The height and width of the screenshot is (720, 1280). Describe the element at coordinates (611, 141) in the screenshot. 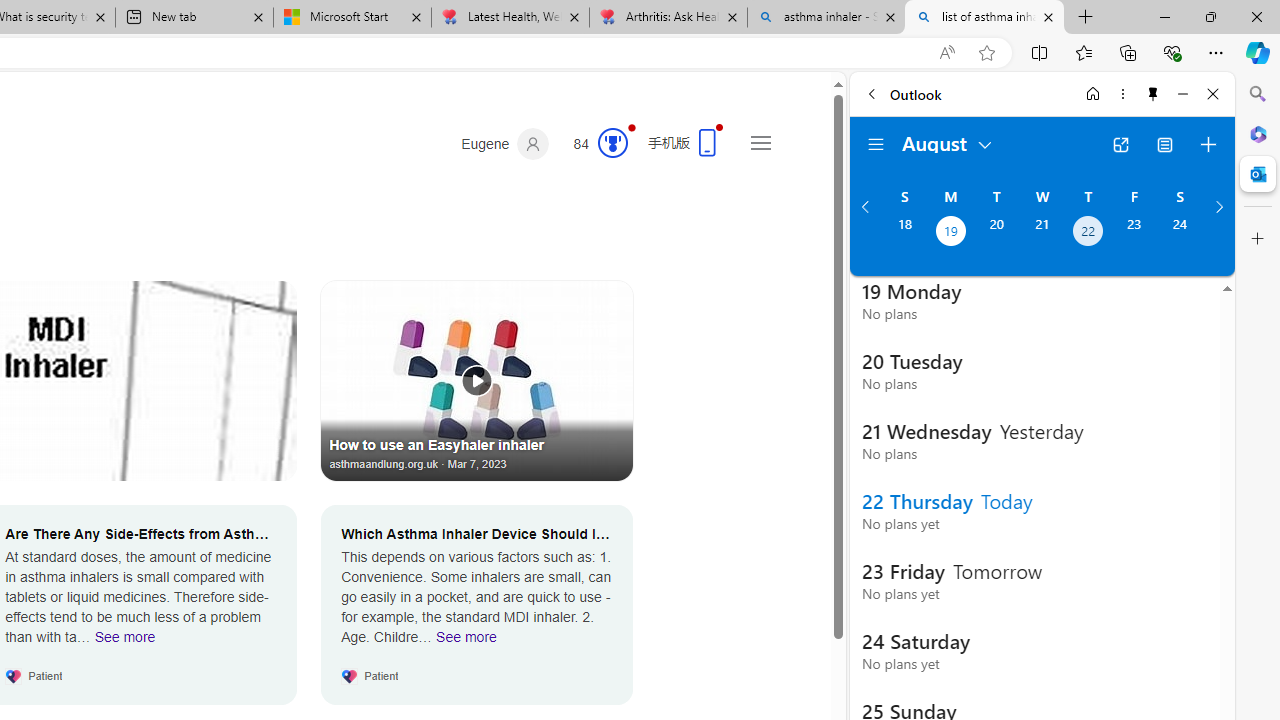

I see `'AutomationID: serp_medal_svg'` at that location.